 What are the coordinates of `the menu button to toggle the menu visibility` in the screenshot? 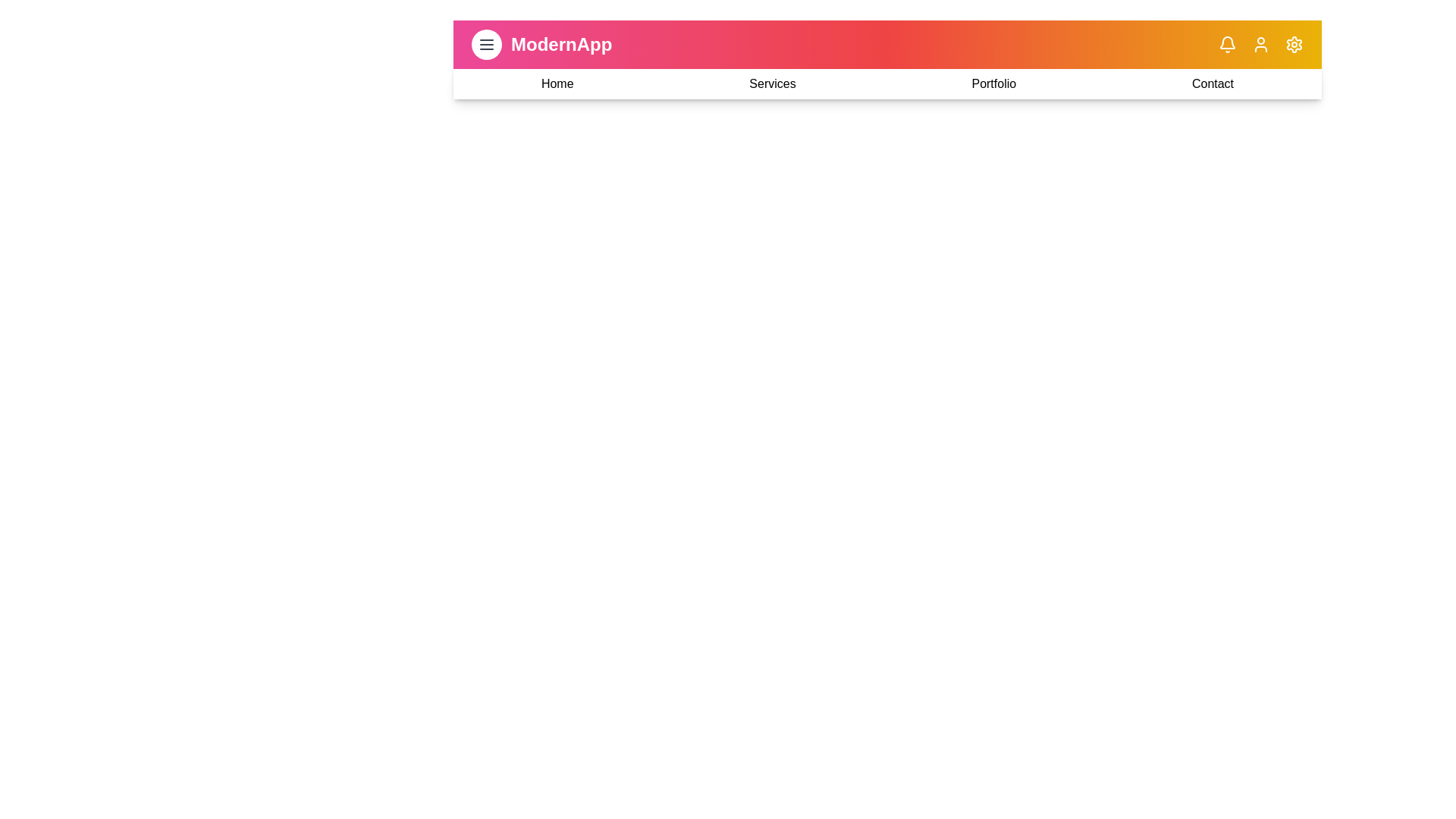 It's located at (487, 43).